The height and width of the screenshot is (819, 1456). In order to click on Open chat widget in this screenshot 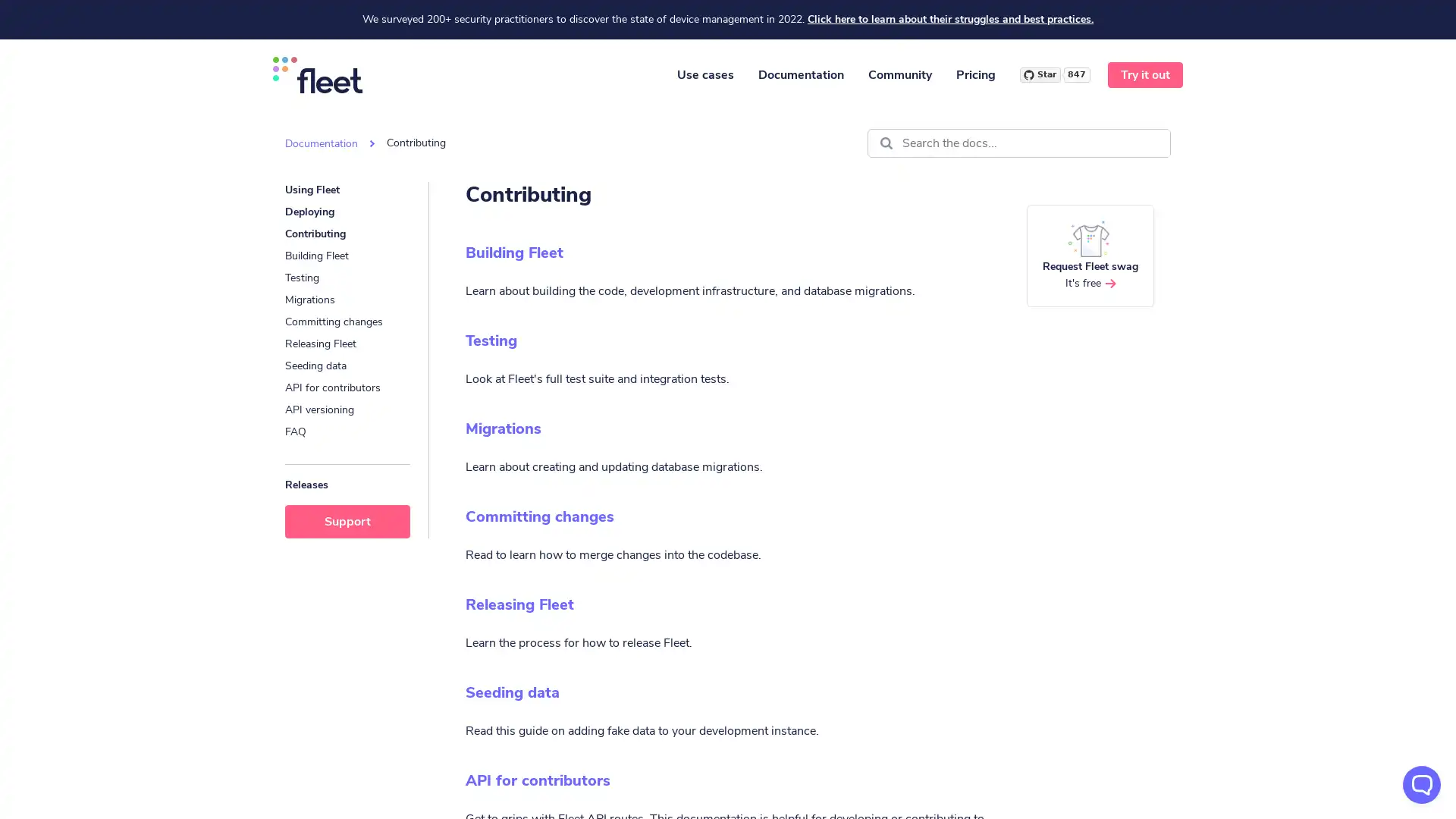, I will do `click(1421, 784)`.